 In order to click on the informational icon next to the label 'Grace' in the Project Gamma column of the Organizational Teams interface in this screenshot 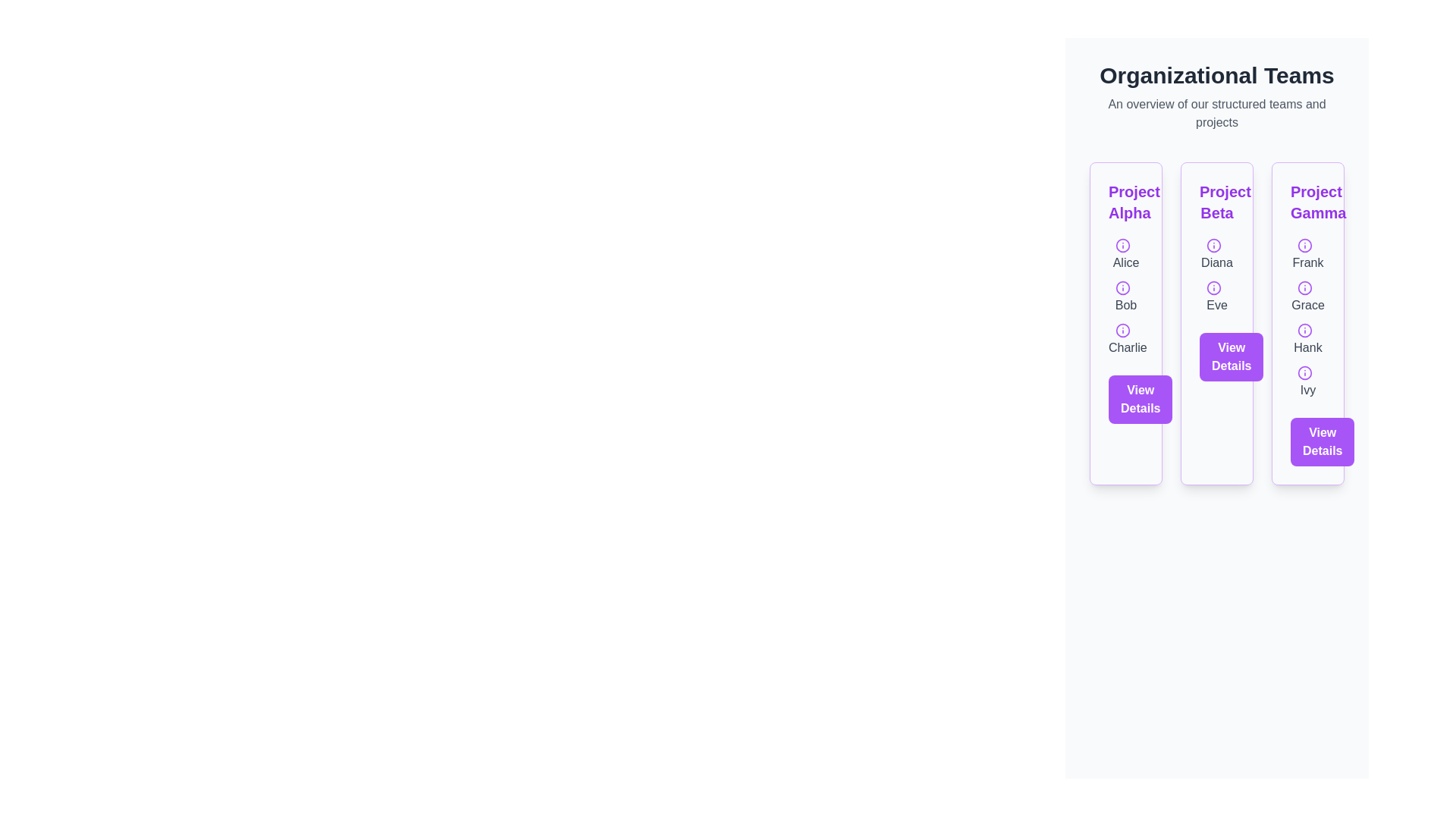, I will do `click(1304, 287)`.